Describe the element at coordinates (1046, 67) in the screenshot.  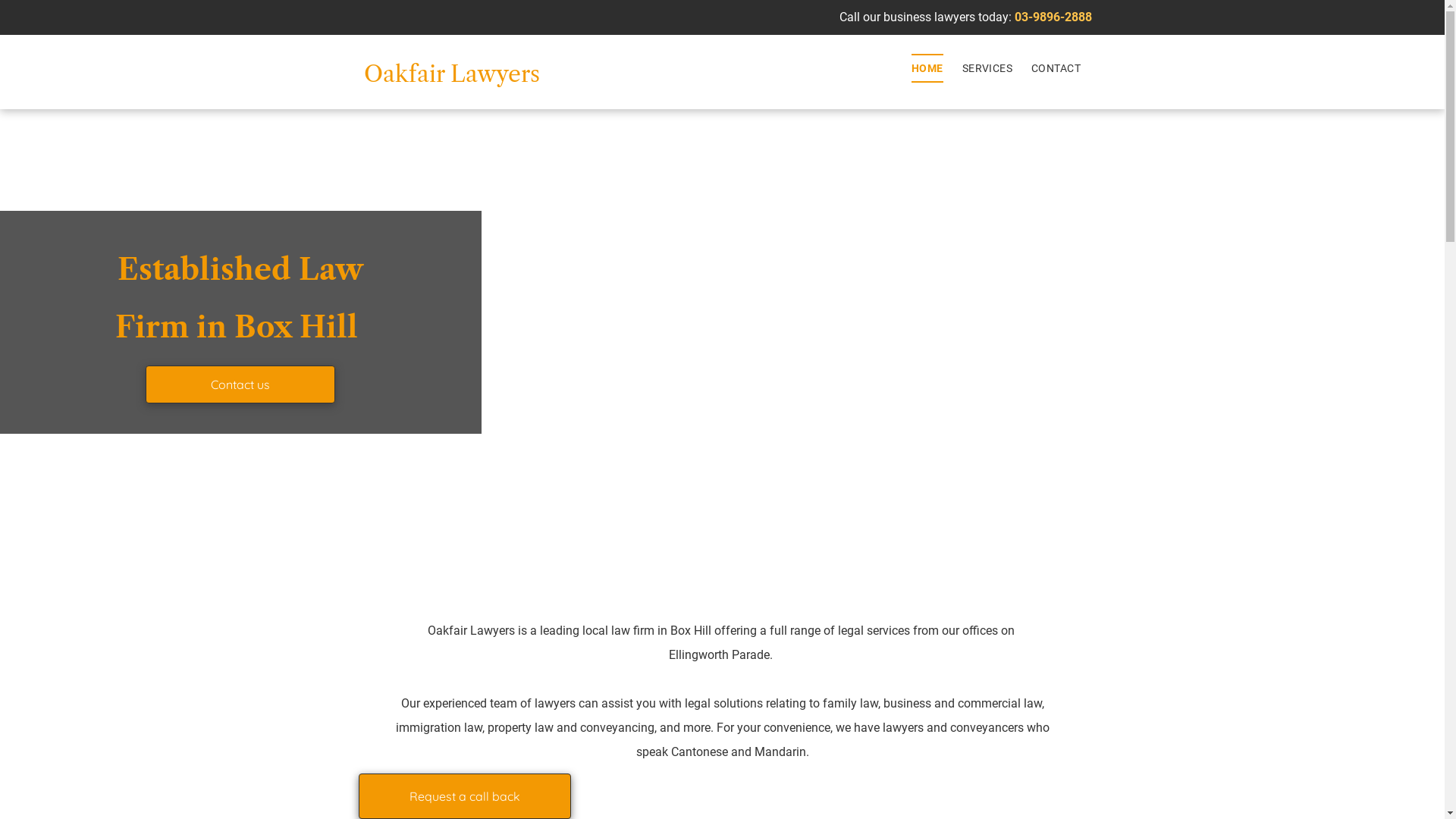
I see `'CONTACT'` at that location.